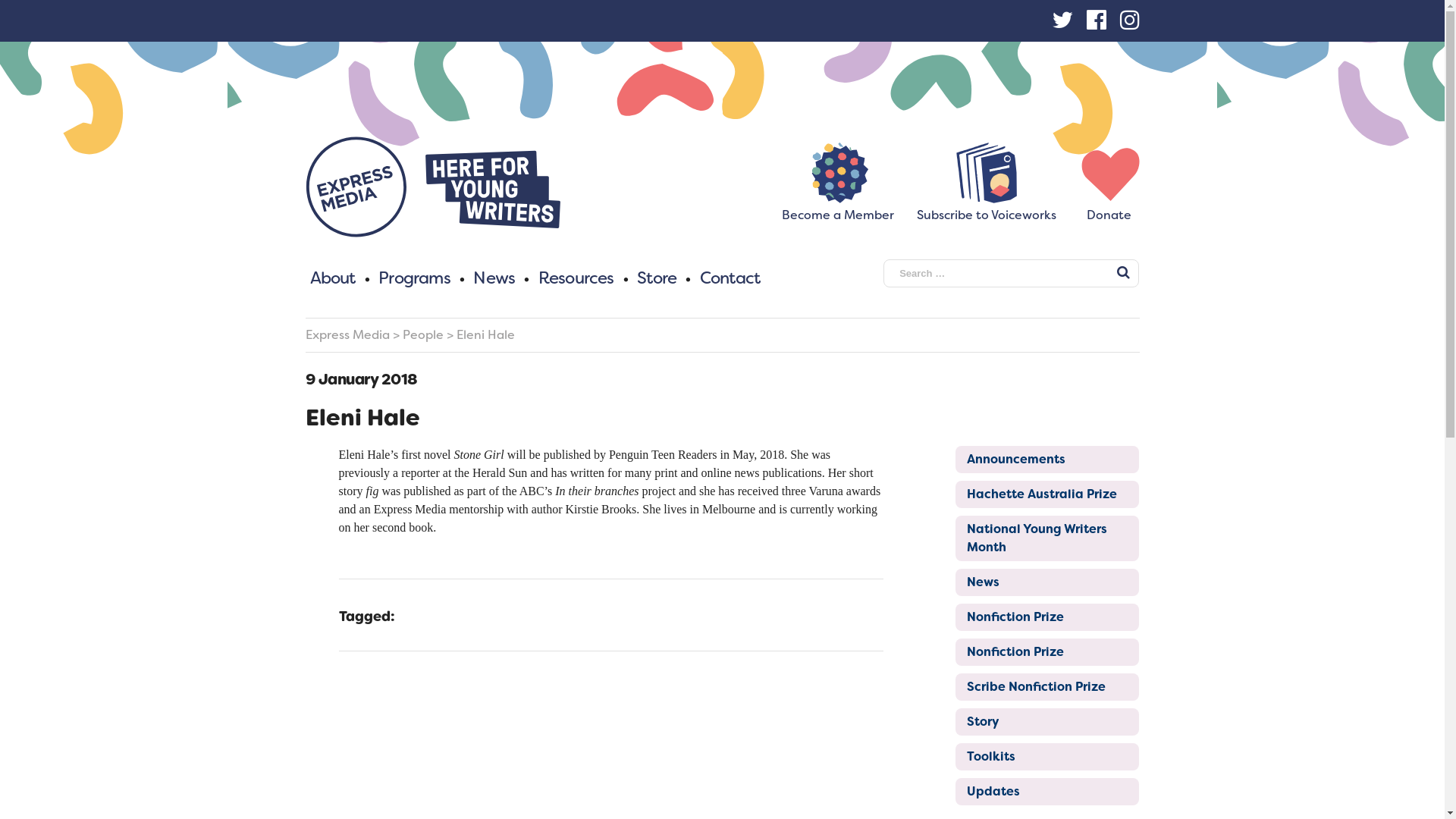 Image resolution: width=1456 pixels, height=819 pixels. I want to click on 'Scribe Nonfiction Prize', so click(1046, 687).